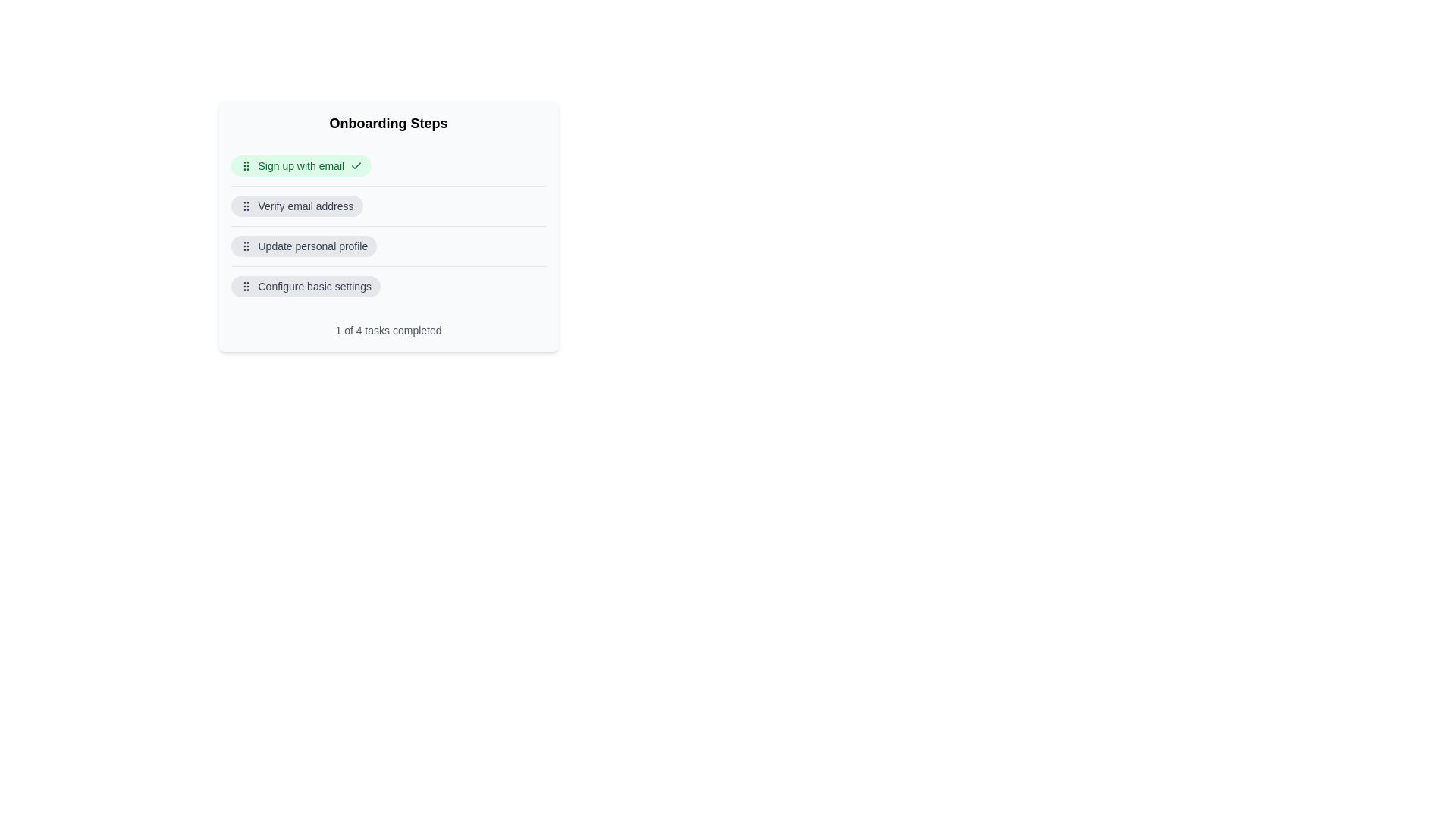  What do you see at coordinates (246, 287) in the screenshot?
I see `the drag handle represented by a multi-dot grip icon located towards the left of the 'Configure basic settings' rectangle` at bounding box center [246, 287].